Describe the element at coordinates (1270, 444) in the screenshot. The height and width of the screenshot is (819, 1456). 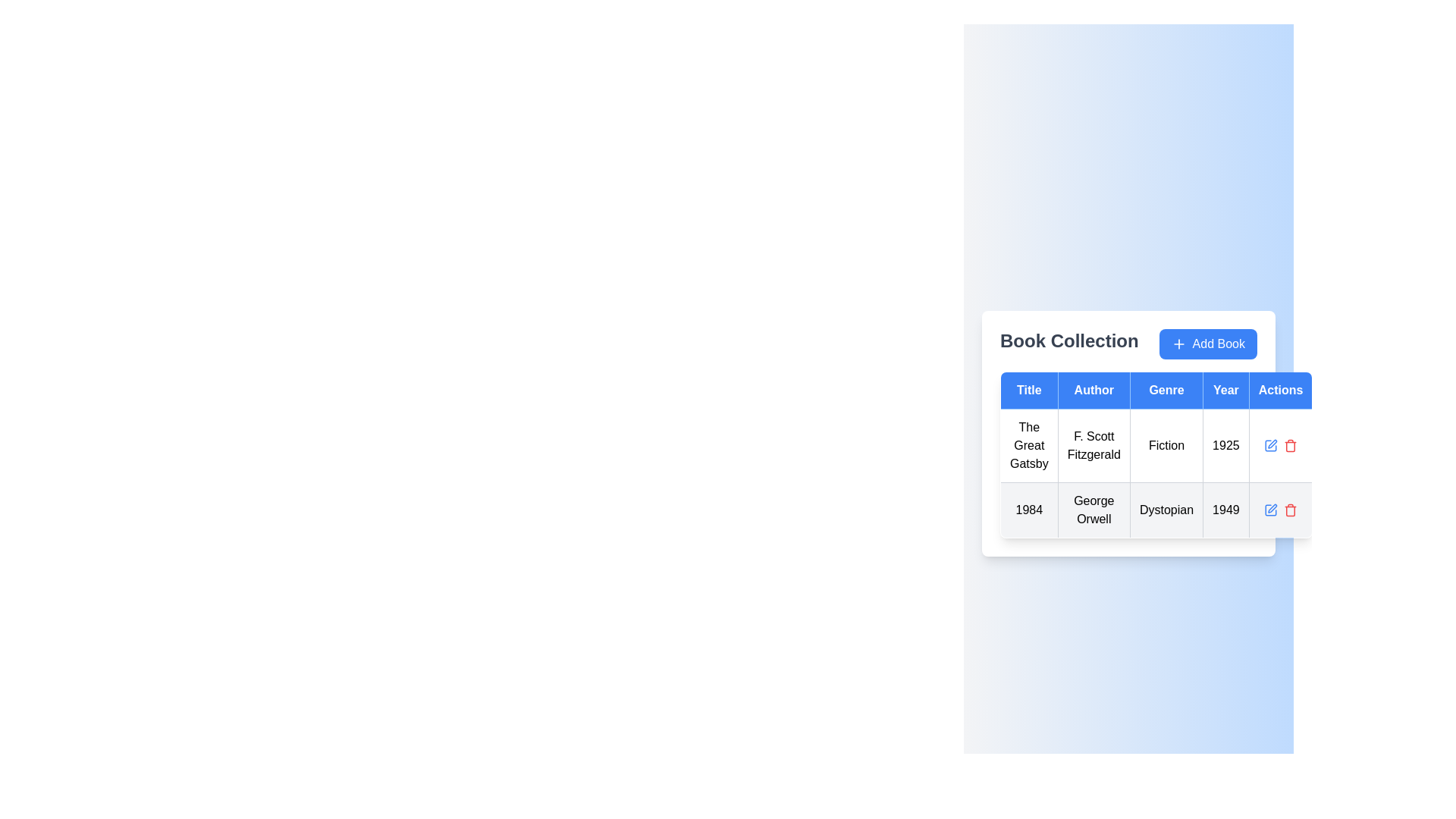
I see `the edit icon located in the 'Actions' column of the second row of the table to initiate an edit action` at that location.